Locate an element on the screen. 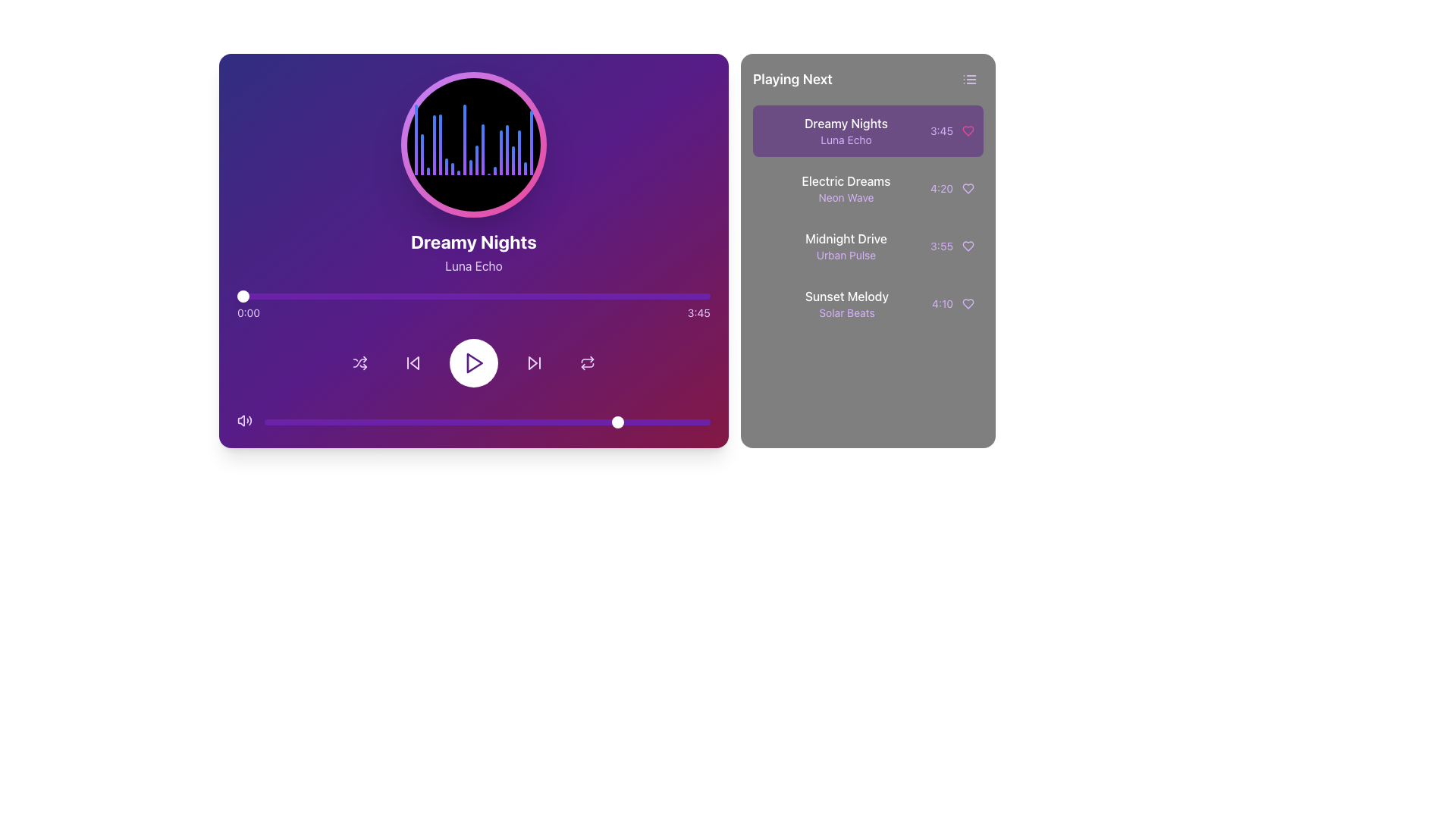 The width and height of the screenshot is (1456, 819). the sixteenth decorative visual equalizer bar, which is a vertical gradient bar transitioning from purple to blue with a rounded top, located at the top-center of the music player interface is located at coordinates (500, 152).